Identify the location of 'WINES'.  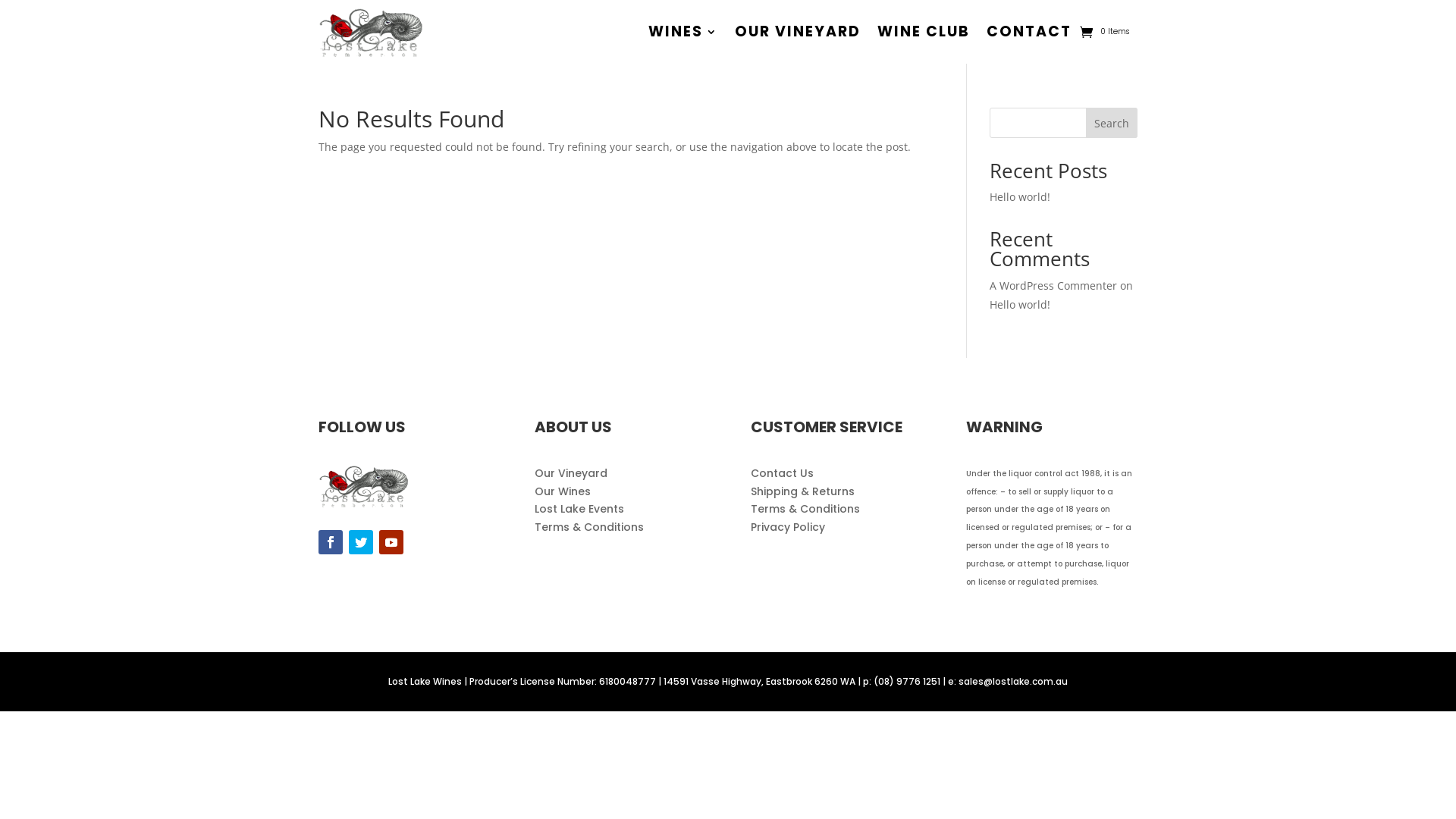
(682, 32).